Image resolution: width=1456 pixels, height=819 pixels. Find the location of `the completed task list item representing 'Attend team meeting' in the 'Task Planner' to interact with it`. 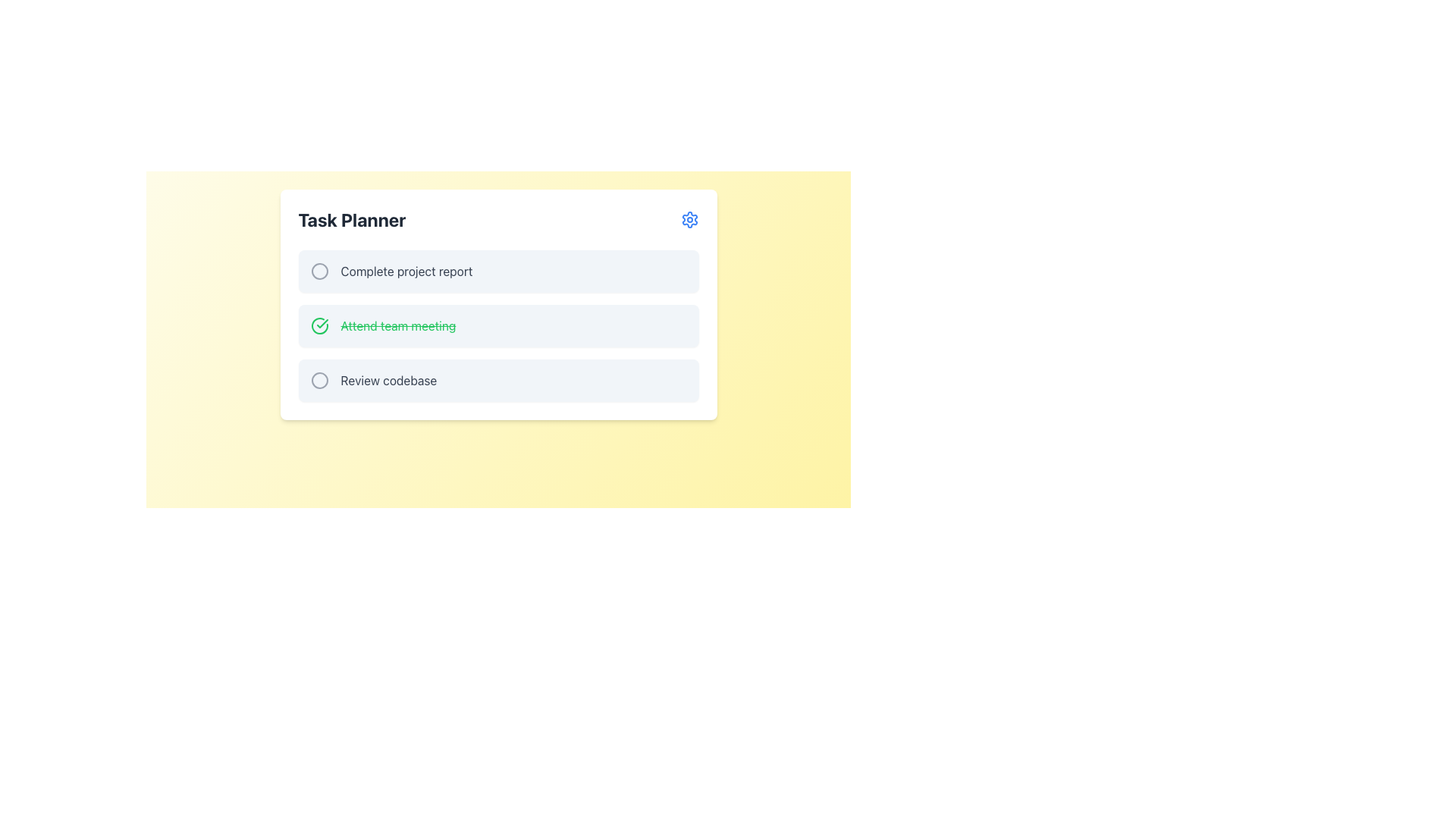

the completed task list item representing 'Attend team meeting' in the 'Task Planner' to interact with it is located at coordinates (498, 304).